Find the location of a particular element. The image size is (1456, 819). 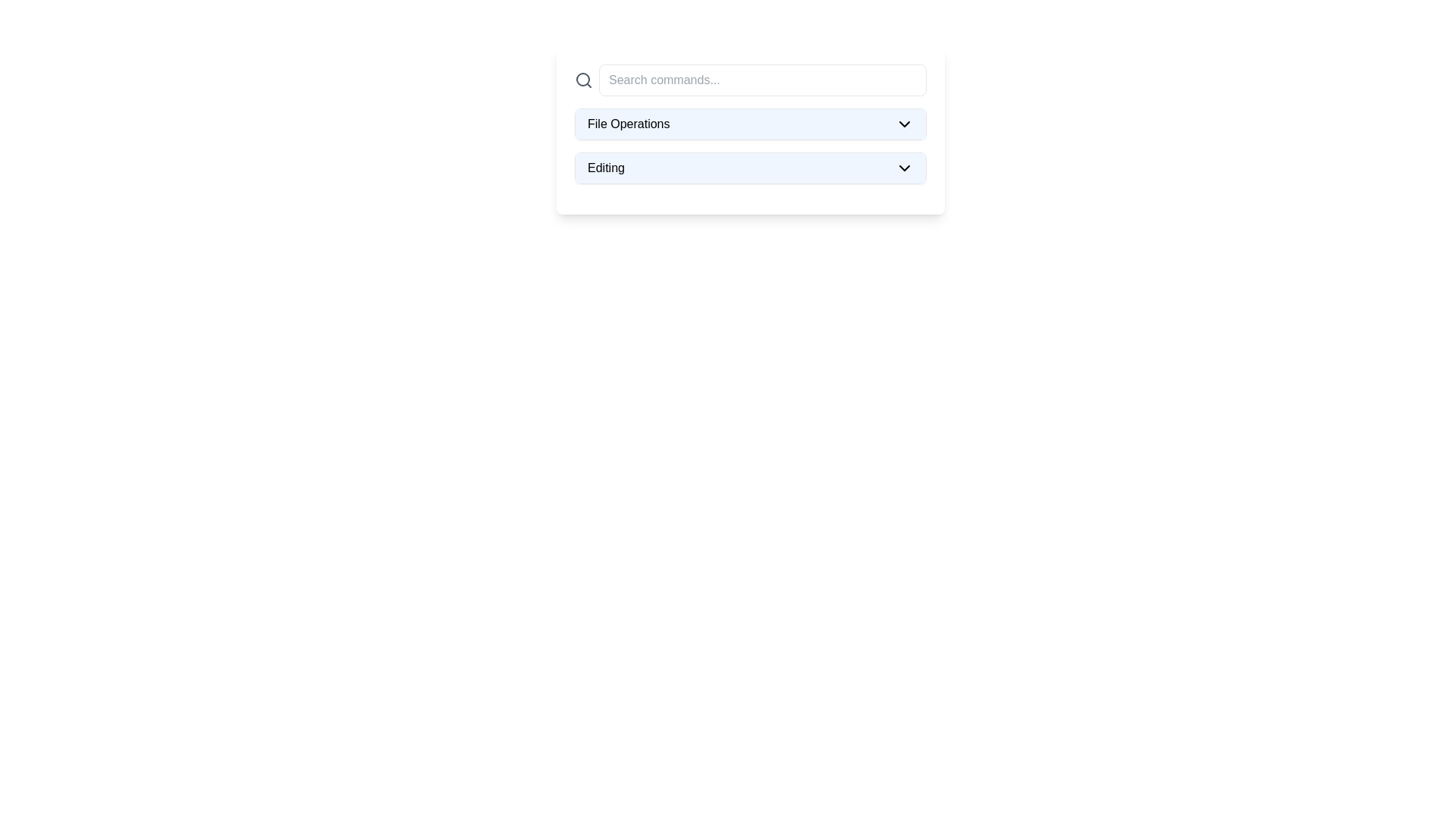

the search icon resembling a magnifying glass, which is positioned on the left end of the horizontal group containing the 'Search commands...' input field is located at coordinates (582, 80).